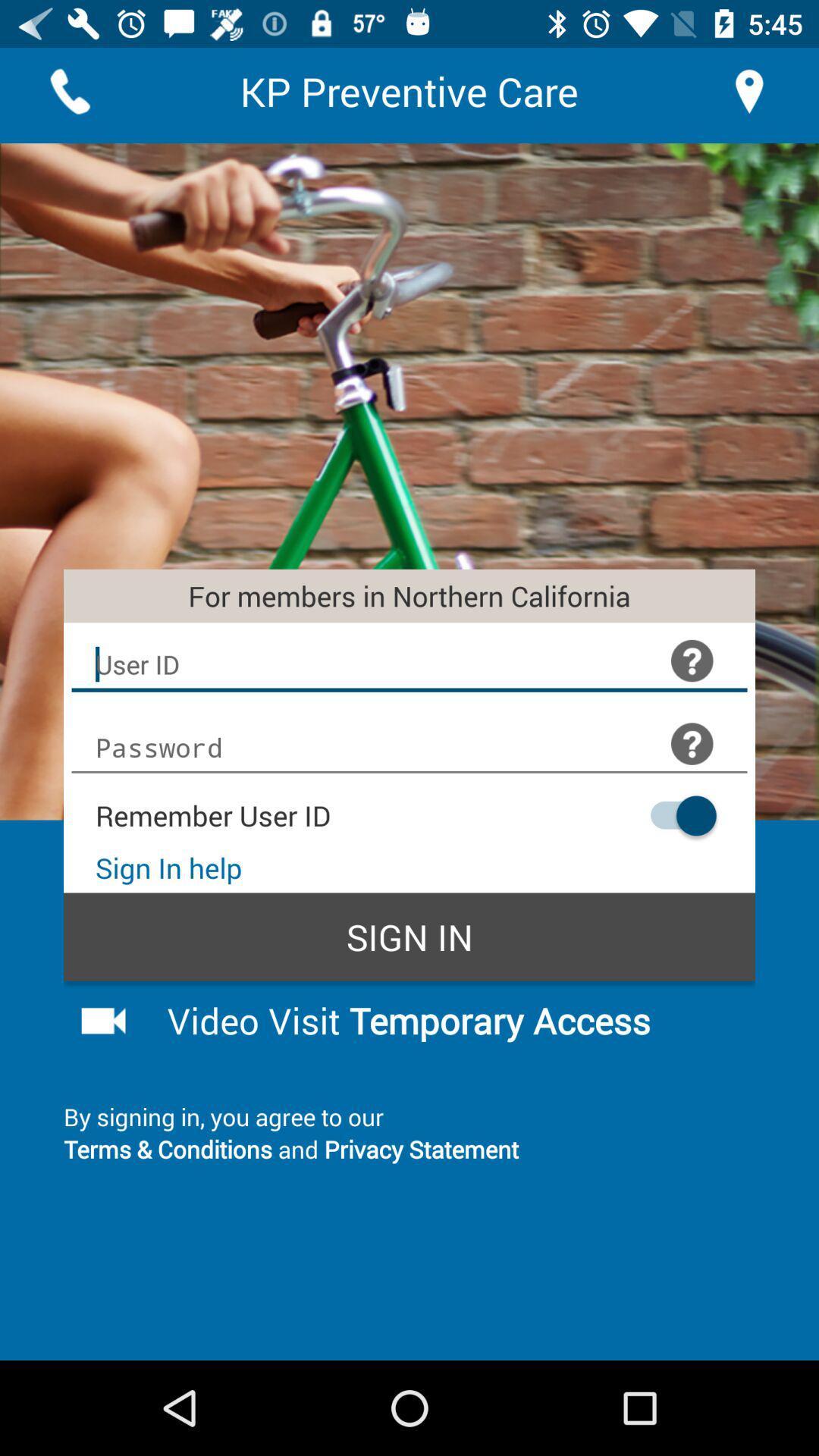  I want to click on icon above sign in item, so click(675, 814).